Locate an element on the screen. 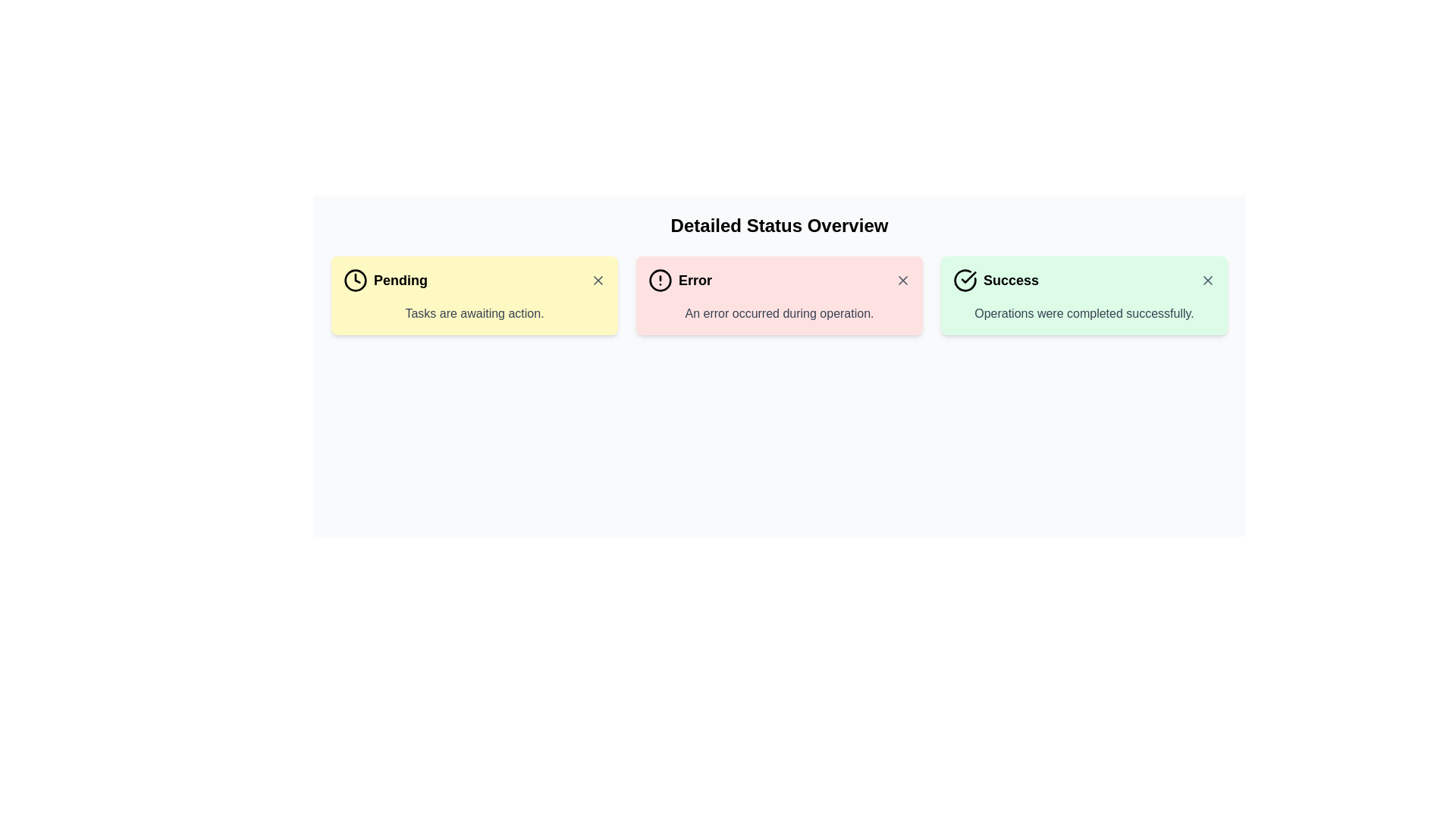 The height and width of the screenshot is (819, 1456). the text label that reads 'Operations were completed successfully.' located below the 'Success' text within the success card in the top-right of the interface is located at coordinates (1084, 312).